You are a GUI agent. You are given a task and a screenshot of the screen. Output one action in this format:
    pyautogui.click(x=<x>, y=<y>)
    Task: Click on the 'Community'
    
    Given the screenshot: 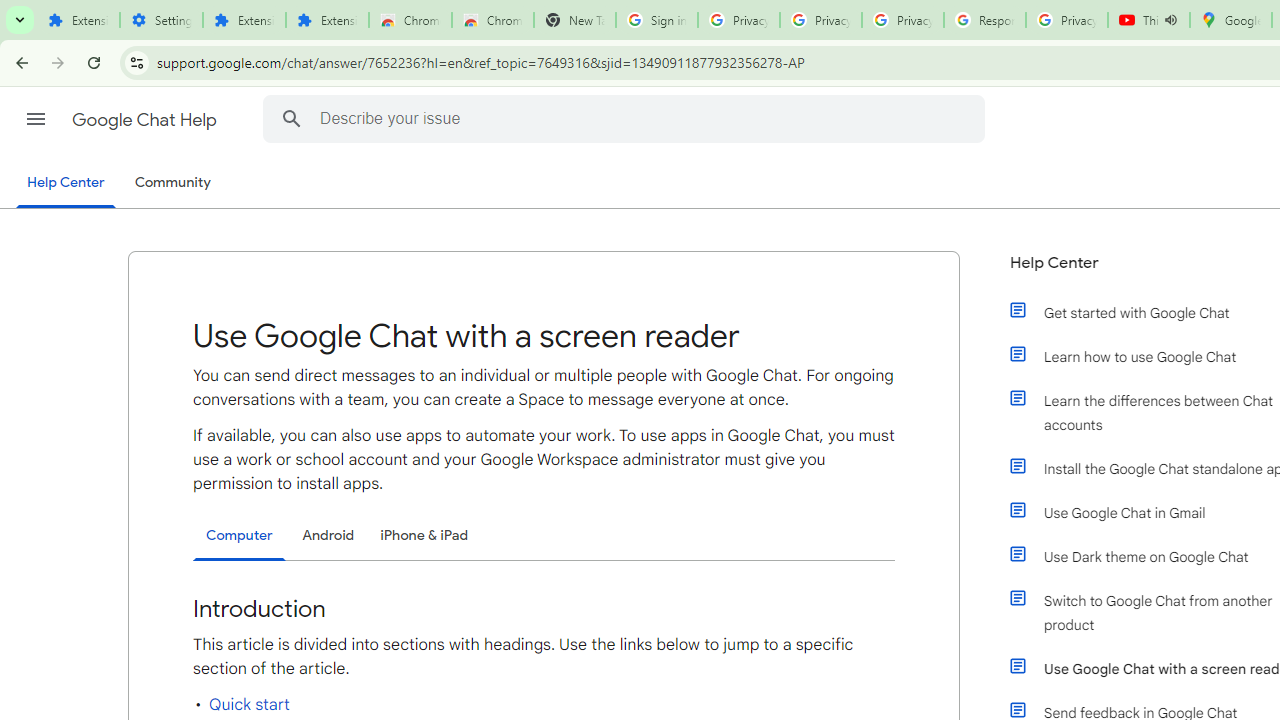 What is the action you would take?
    pyautogui.click(x=172, y=183)
    